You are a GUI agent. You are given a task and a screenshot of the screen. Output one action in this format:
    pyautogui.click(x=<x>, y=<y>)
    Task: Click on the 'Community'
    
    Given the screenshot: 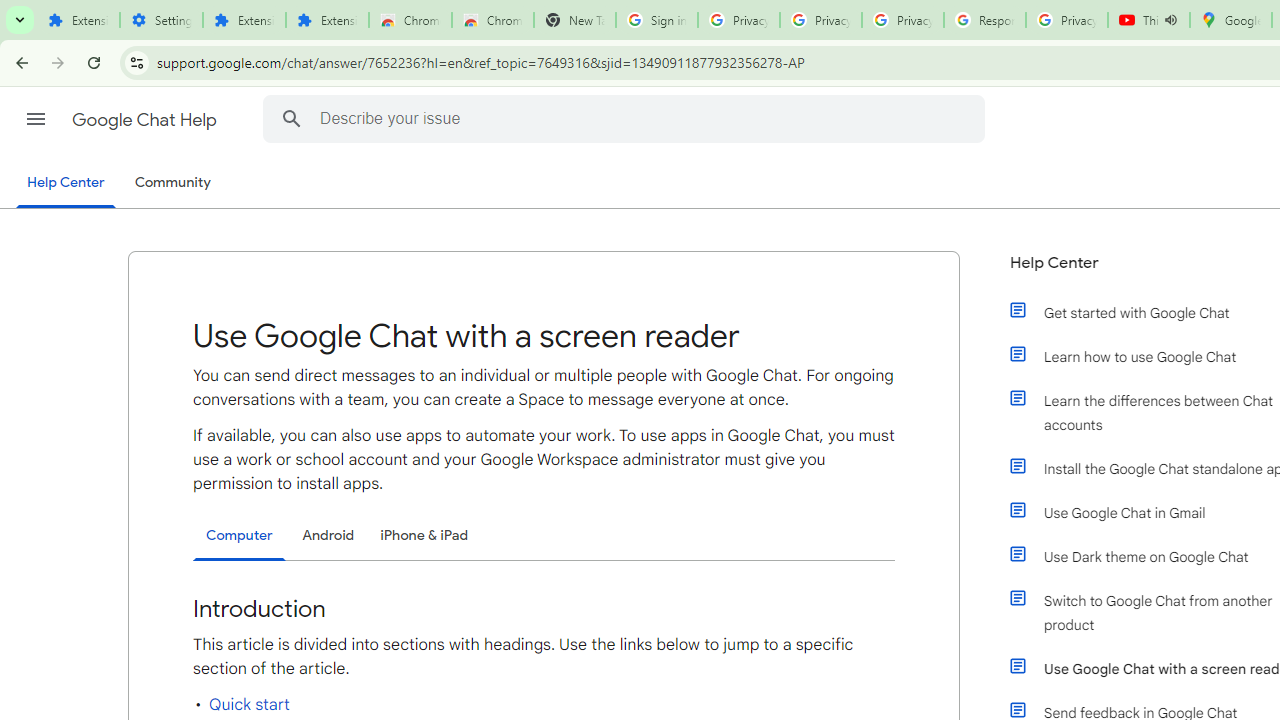 What is the action you would take?
    pyautogui.click(x=172, y=183)
    